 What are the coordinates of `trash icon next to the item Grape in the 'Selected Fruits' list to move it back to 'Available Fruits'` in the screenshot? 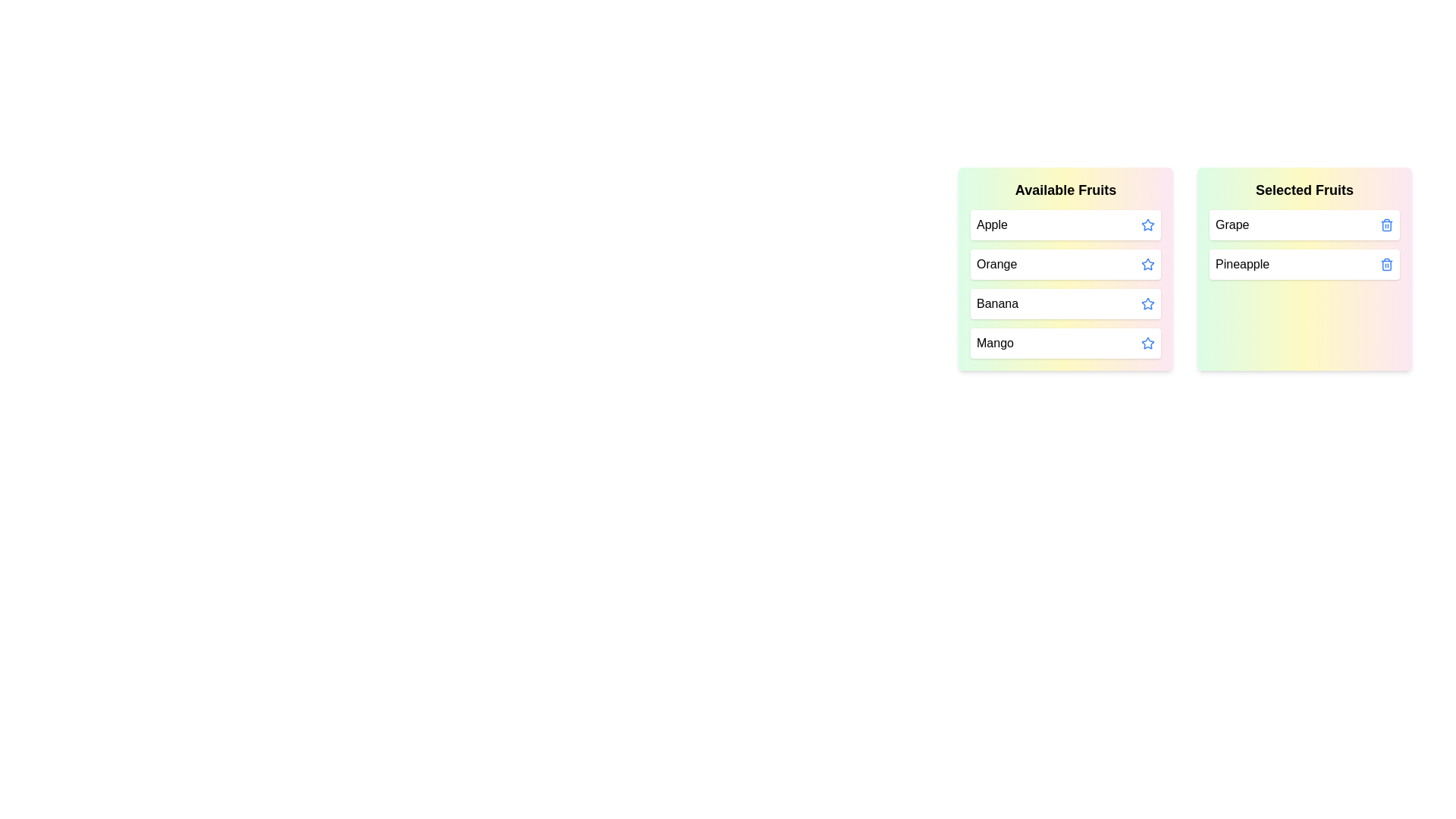 It's located at (1386, 225).